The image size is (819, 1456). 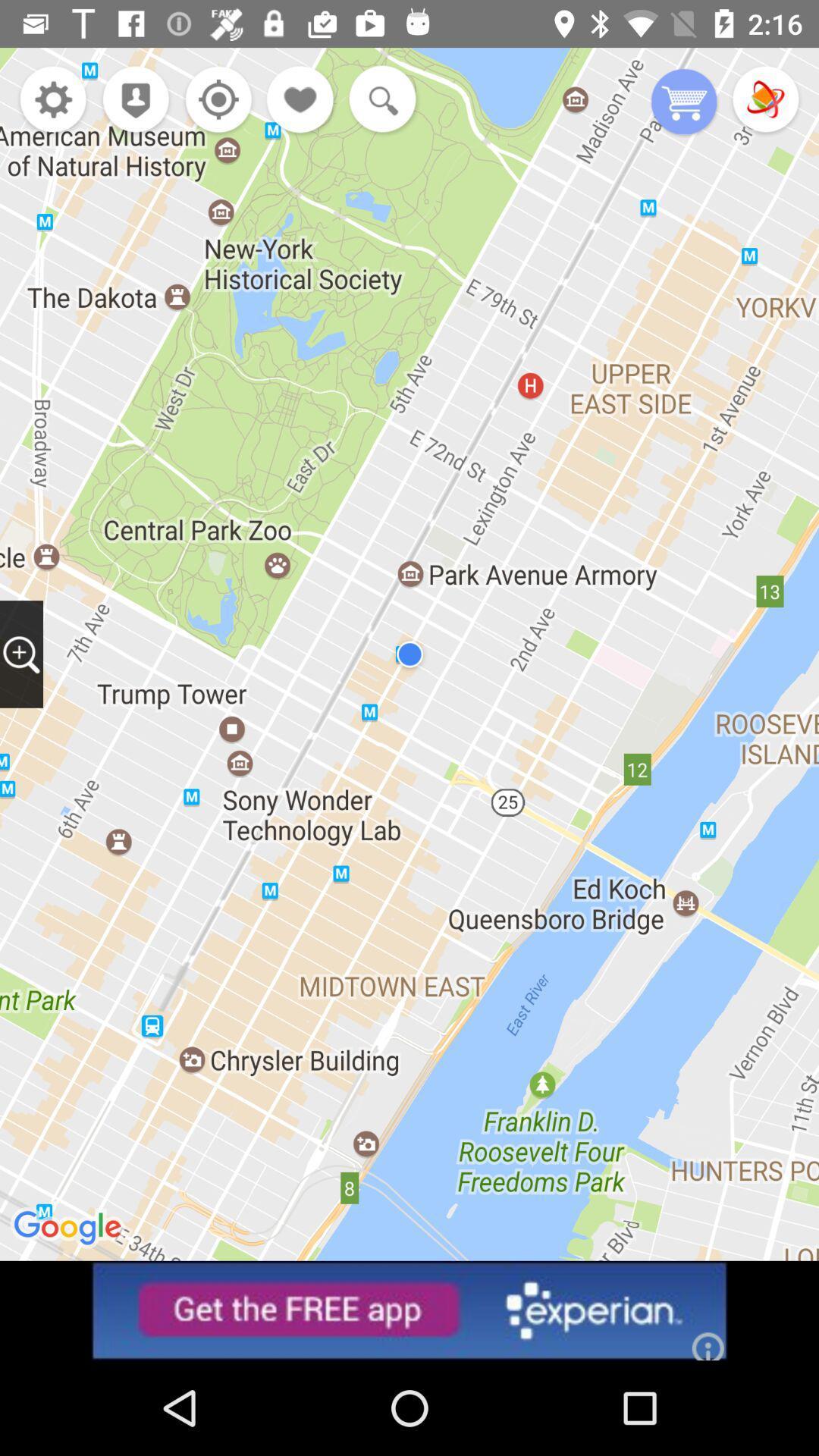 I want to click on shopping, so click(x=684, y=102).